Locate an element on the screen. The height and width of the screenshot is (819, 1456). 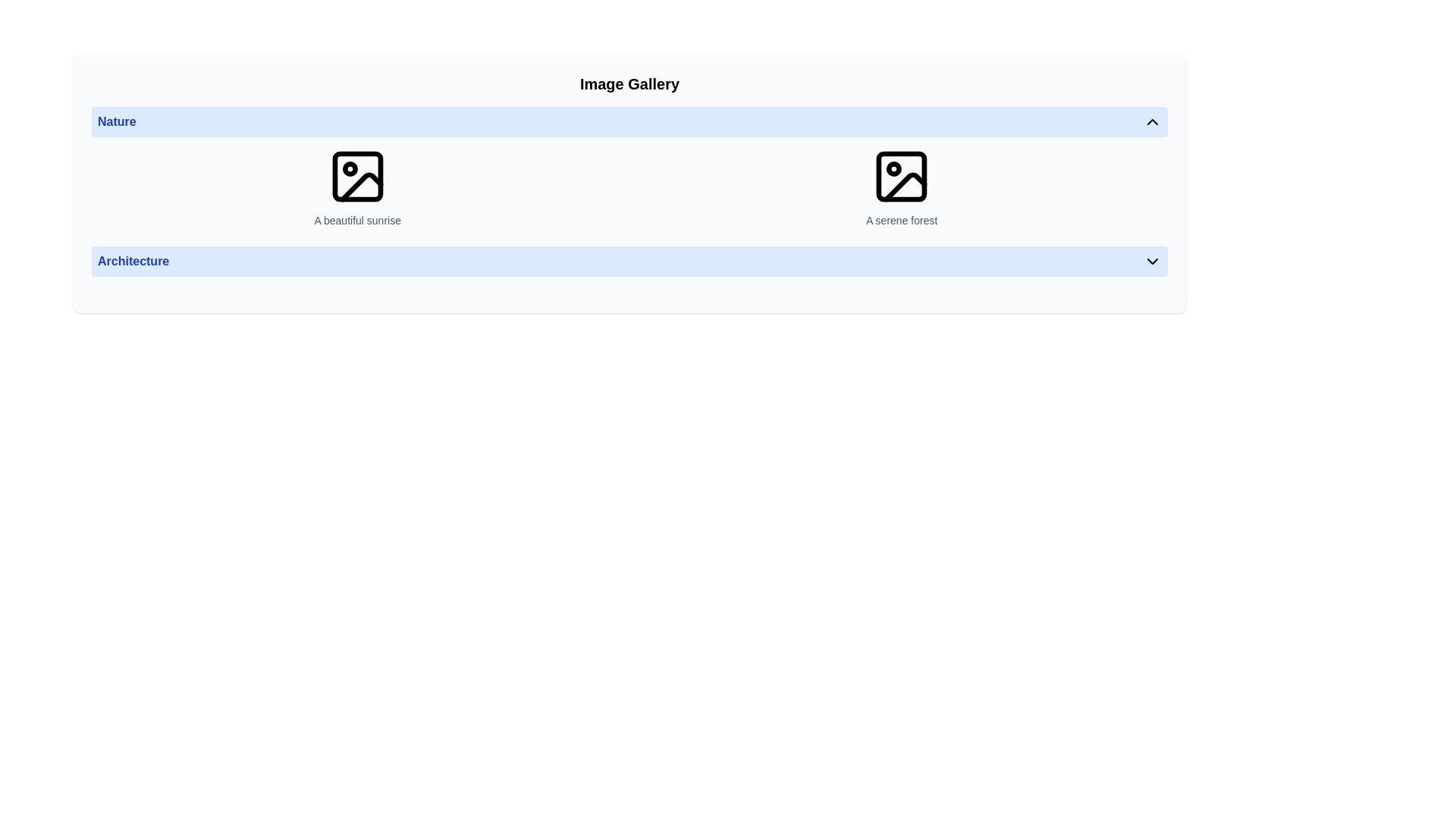
the small SVG circle element that represents a picture placeholder, located near the top-left corner of the image icon is located at coordinates (894, 169).